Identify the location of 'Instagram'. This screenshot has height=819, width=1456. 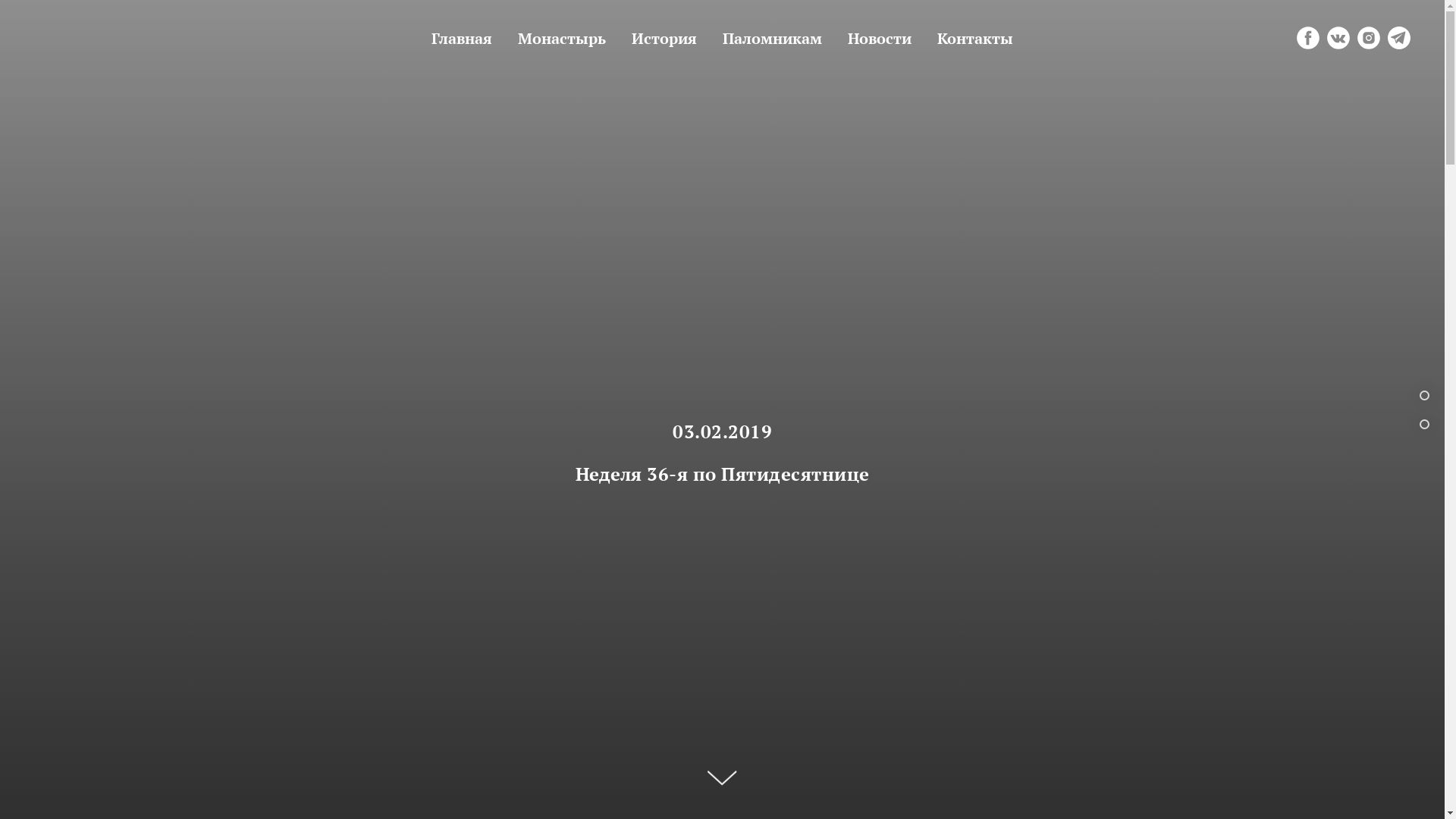
(1357, 37).